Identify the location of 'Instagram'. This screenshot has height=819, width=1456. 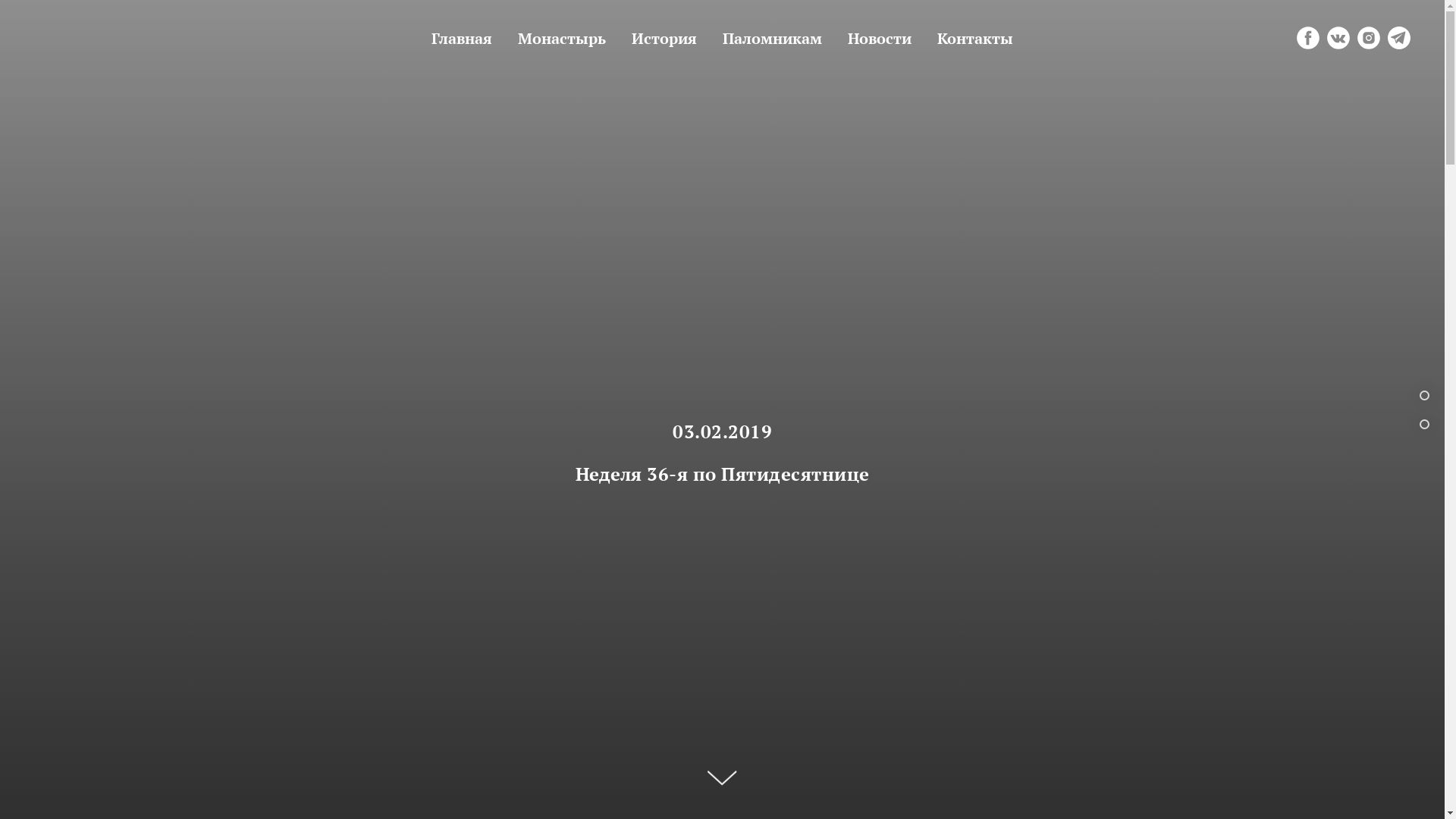
(1357, 37).